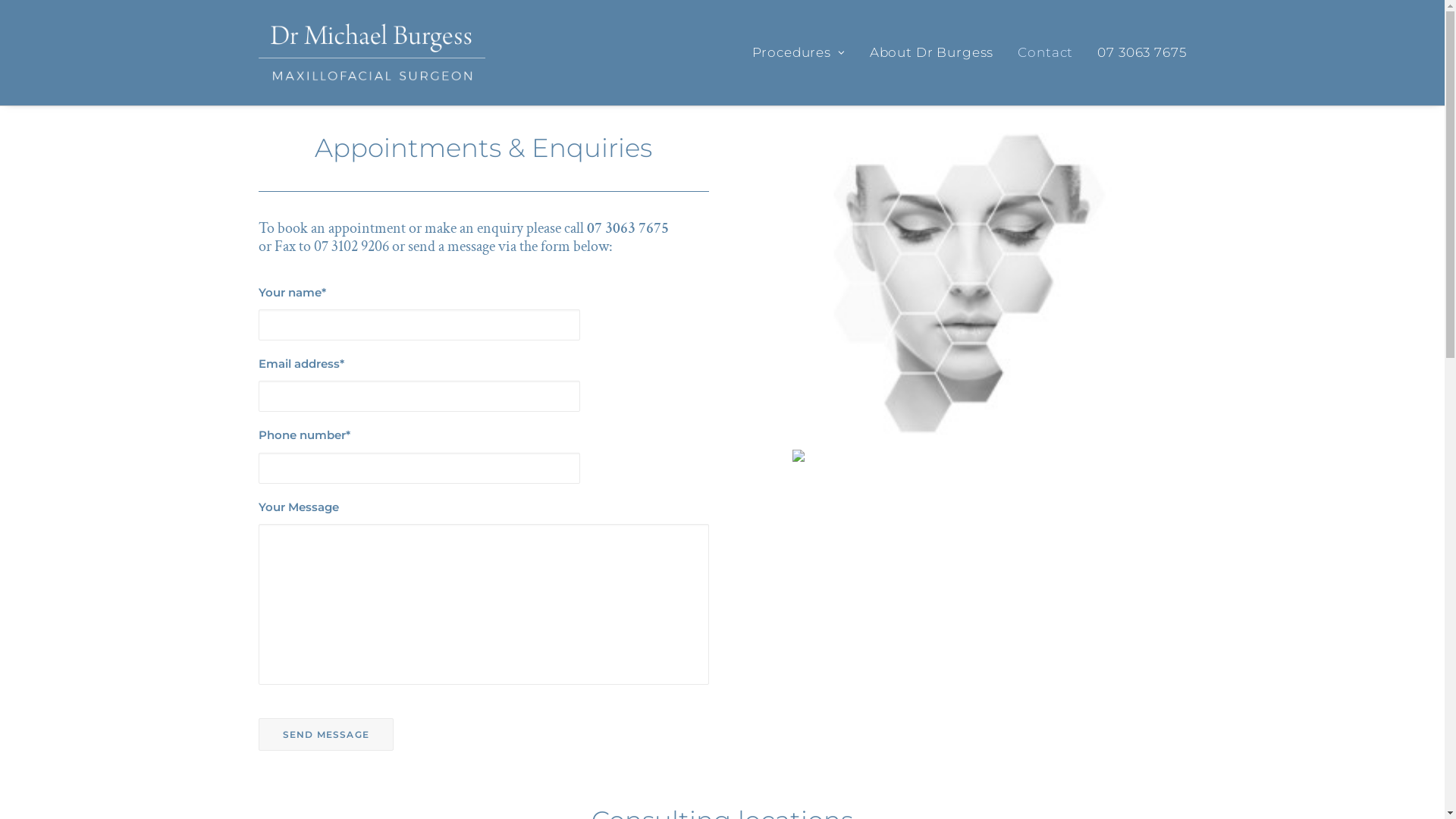  I want to click on '07 3063 7675', so click(1136, 52).